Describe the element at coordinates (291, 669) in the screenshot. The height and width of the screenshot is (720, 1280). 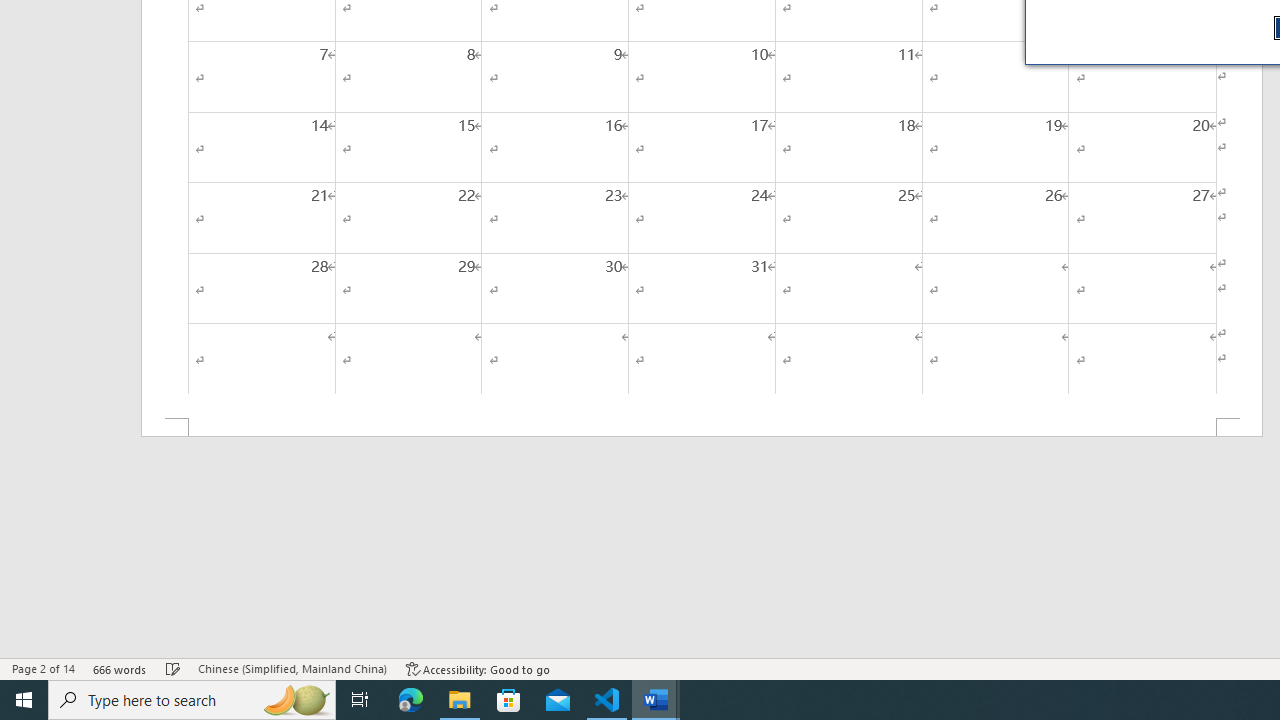
I see `'Language Chinese (Simplified, Mainland China)'` at that location.